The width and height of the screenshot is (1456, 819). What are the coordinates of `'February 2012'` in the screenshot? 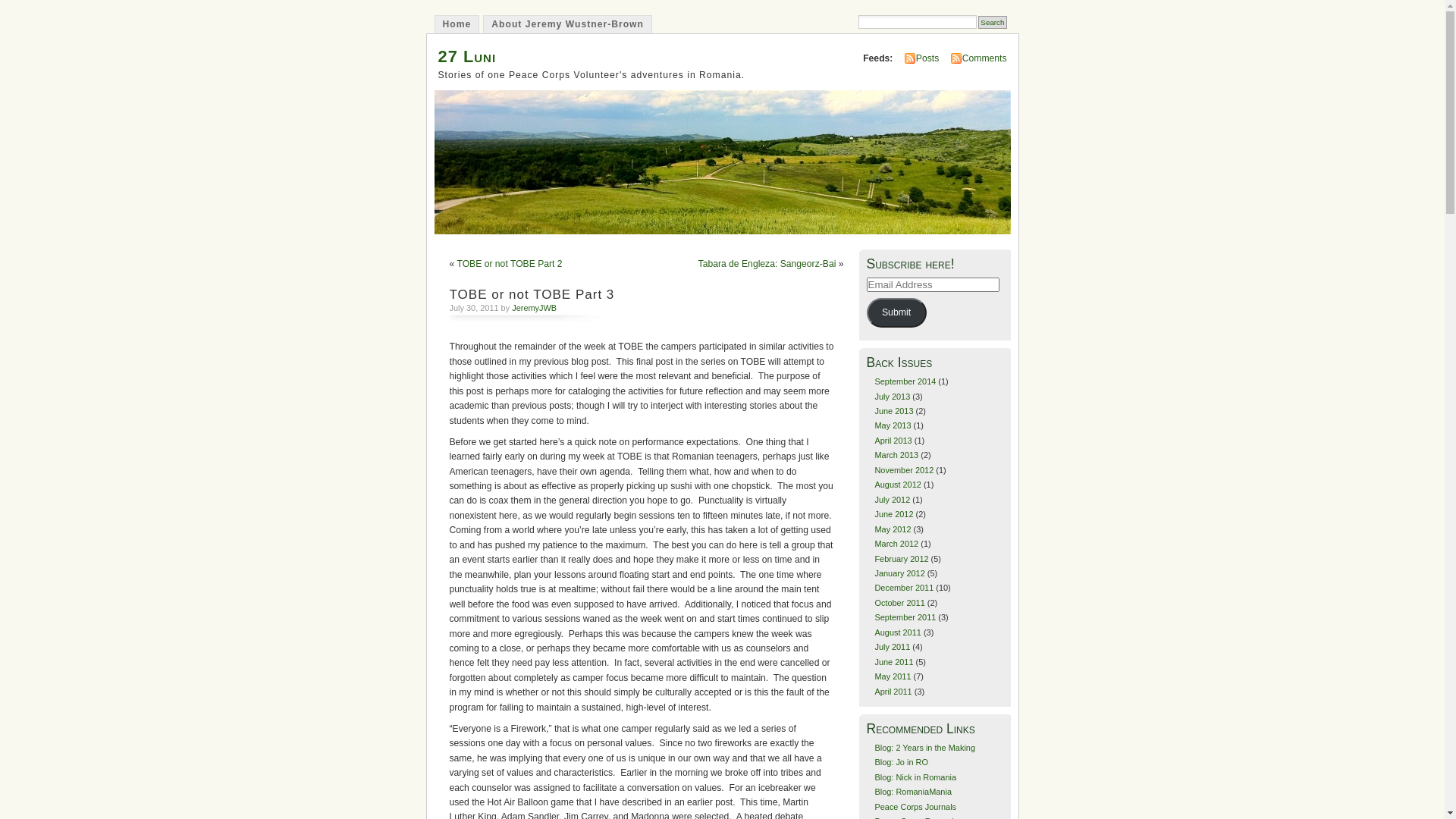 It's located at (901, 558).